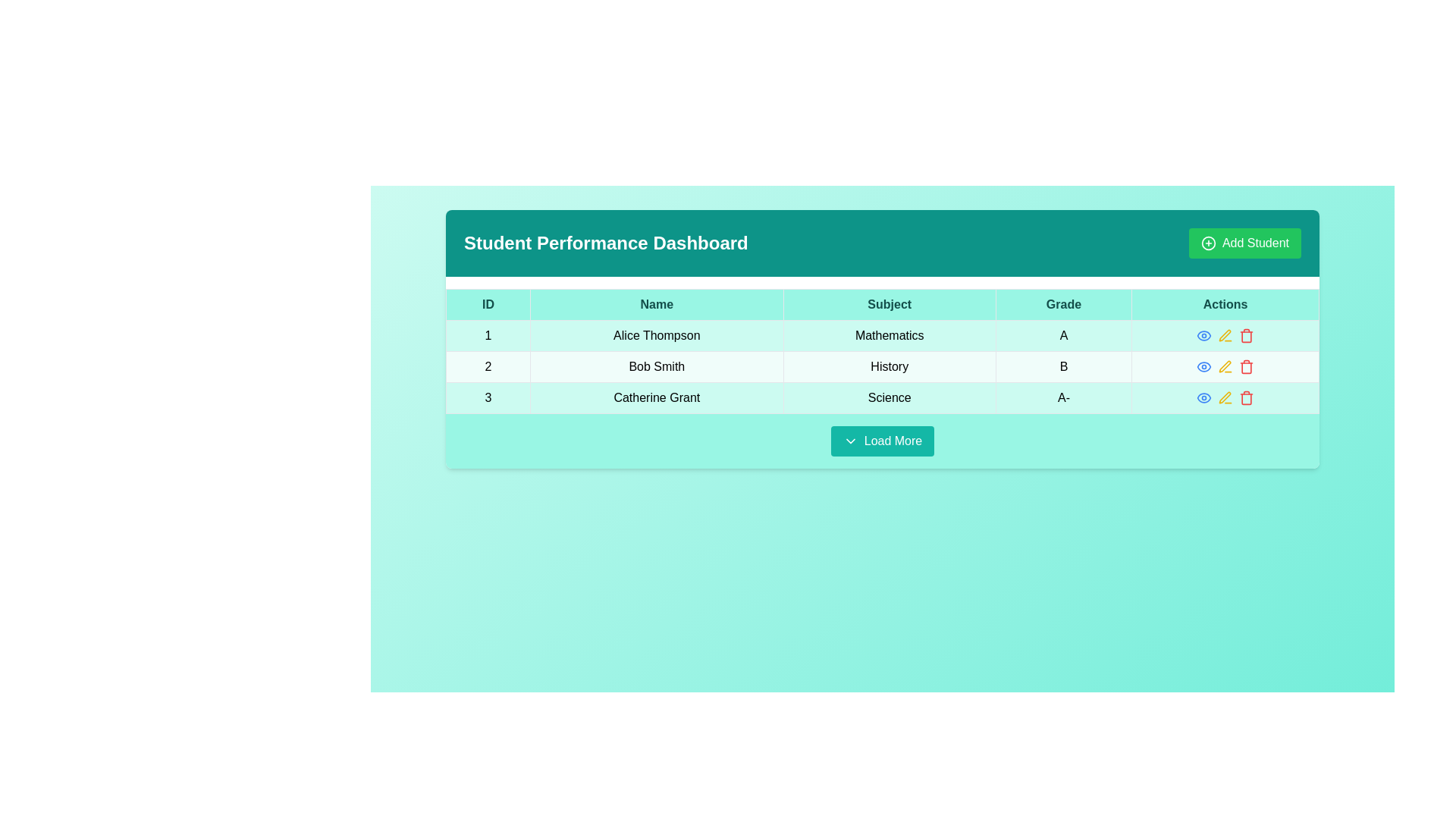  What do you see at coordinates (1225, 335) in the screenshot?
I see `the 'Edit' button, which is the third interactive icon in the 'Actions' column of the row for 'Bob Smith', positioned centrally in its cell between the 'View' and 'Delete' icons` at bounding box center [1225, 335].